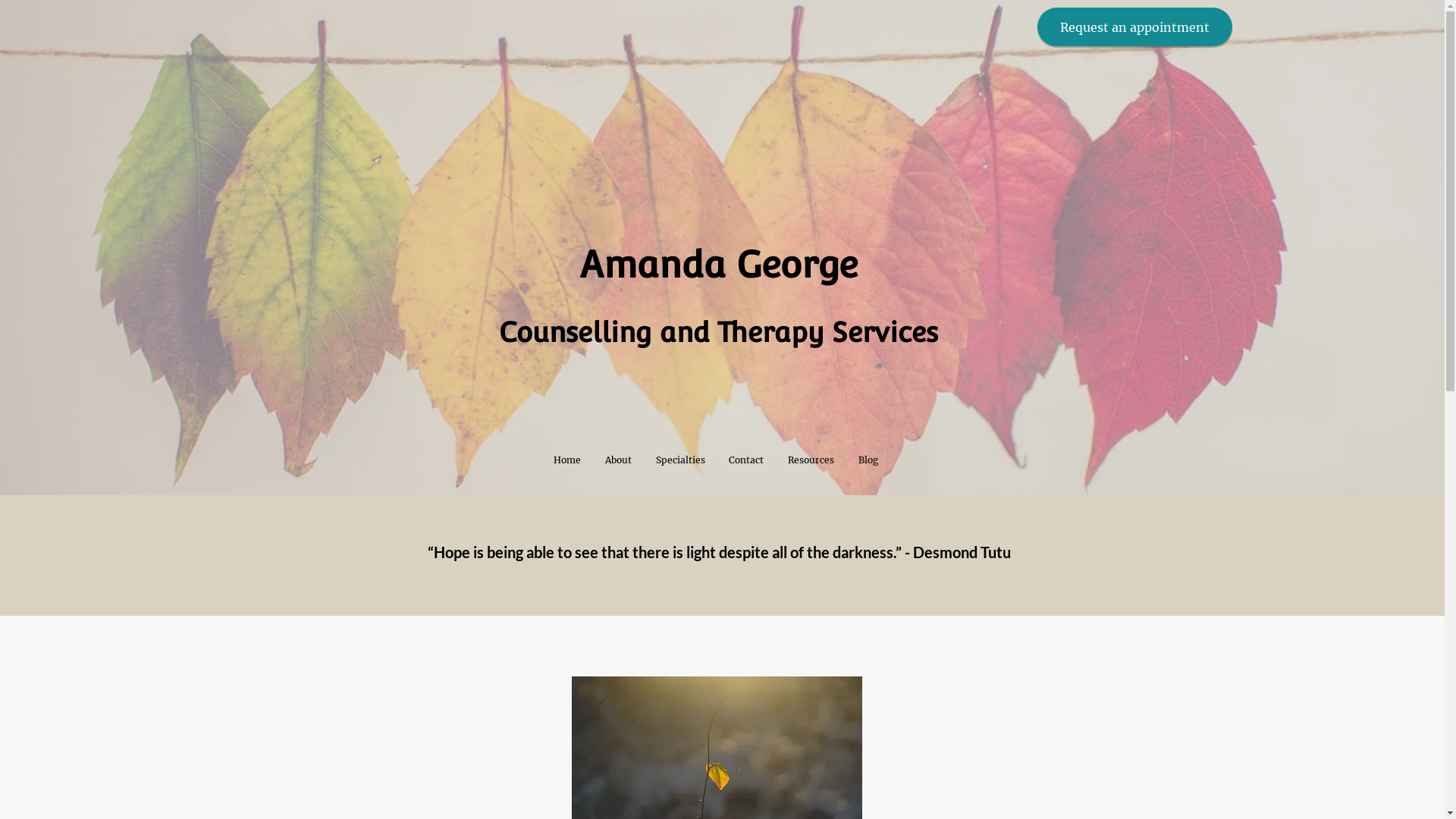  What do you see at coordinates (618, 459) in the screenshot?
I see `'About'` at bounding box center [618, 459].